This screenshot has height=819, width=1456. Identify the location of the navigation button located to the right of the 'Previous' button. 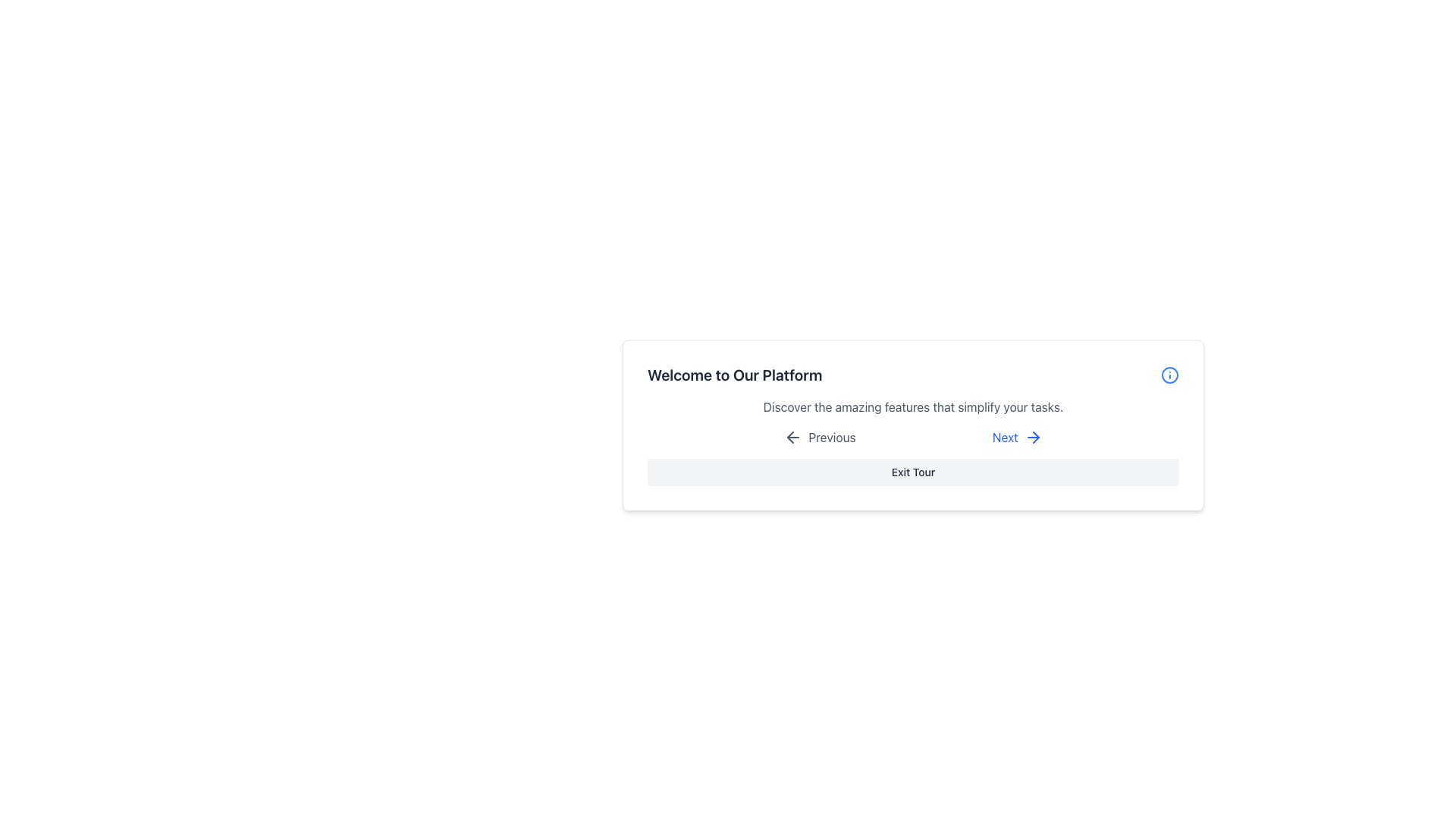
(1017, 438).